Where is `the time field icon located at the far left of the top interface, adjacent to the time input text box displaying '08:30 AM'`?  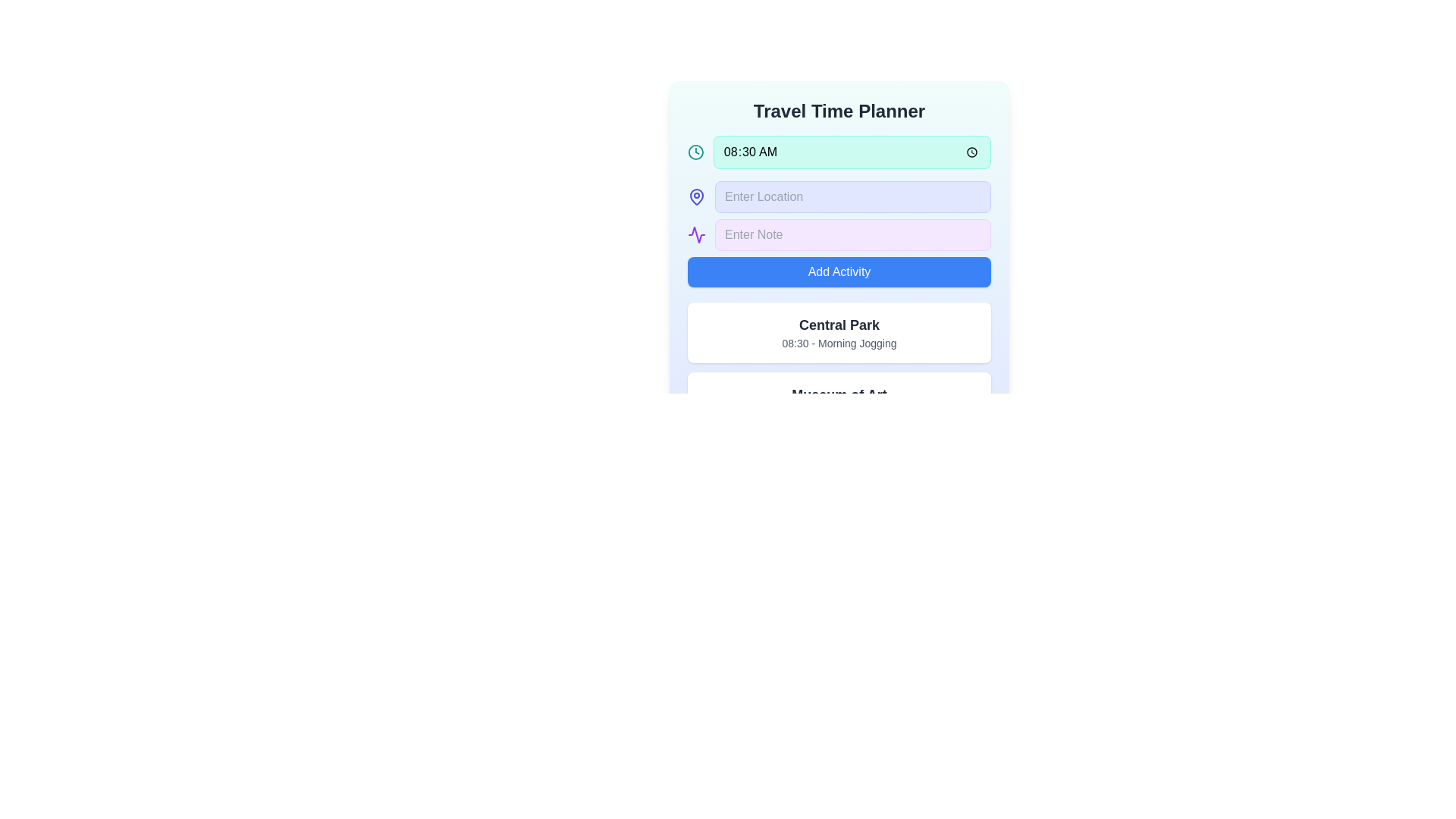 the time field icon located at the far left of the top interface, adjacent to the time input text box displaying '08:30 AM' is located at coordinates (695, 152).